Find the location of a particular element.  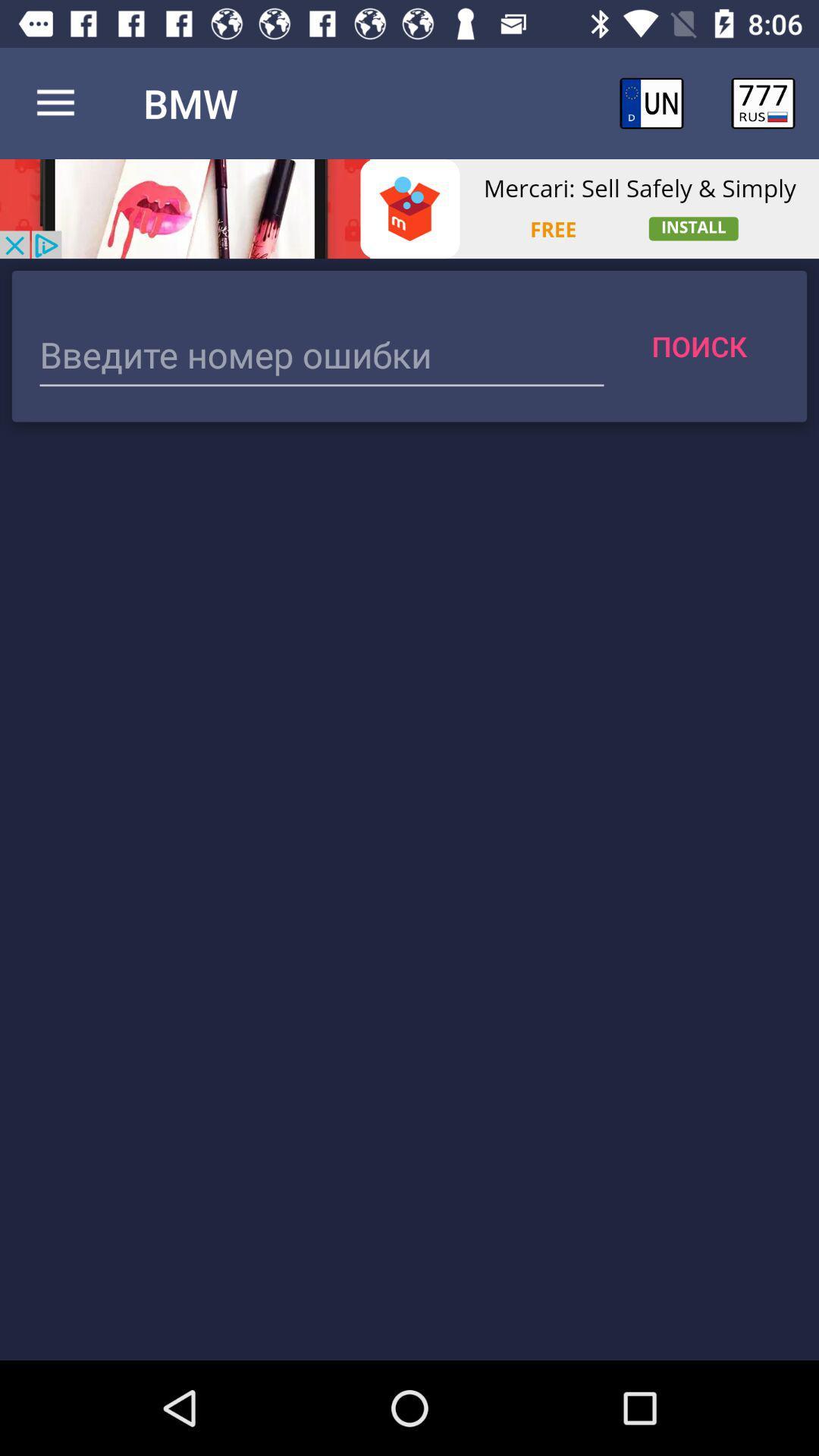

advertisement is located at coordinates (409, 208).